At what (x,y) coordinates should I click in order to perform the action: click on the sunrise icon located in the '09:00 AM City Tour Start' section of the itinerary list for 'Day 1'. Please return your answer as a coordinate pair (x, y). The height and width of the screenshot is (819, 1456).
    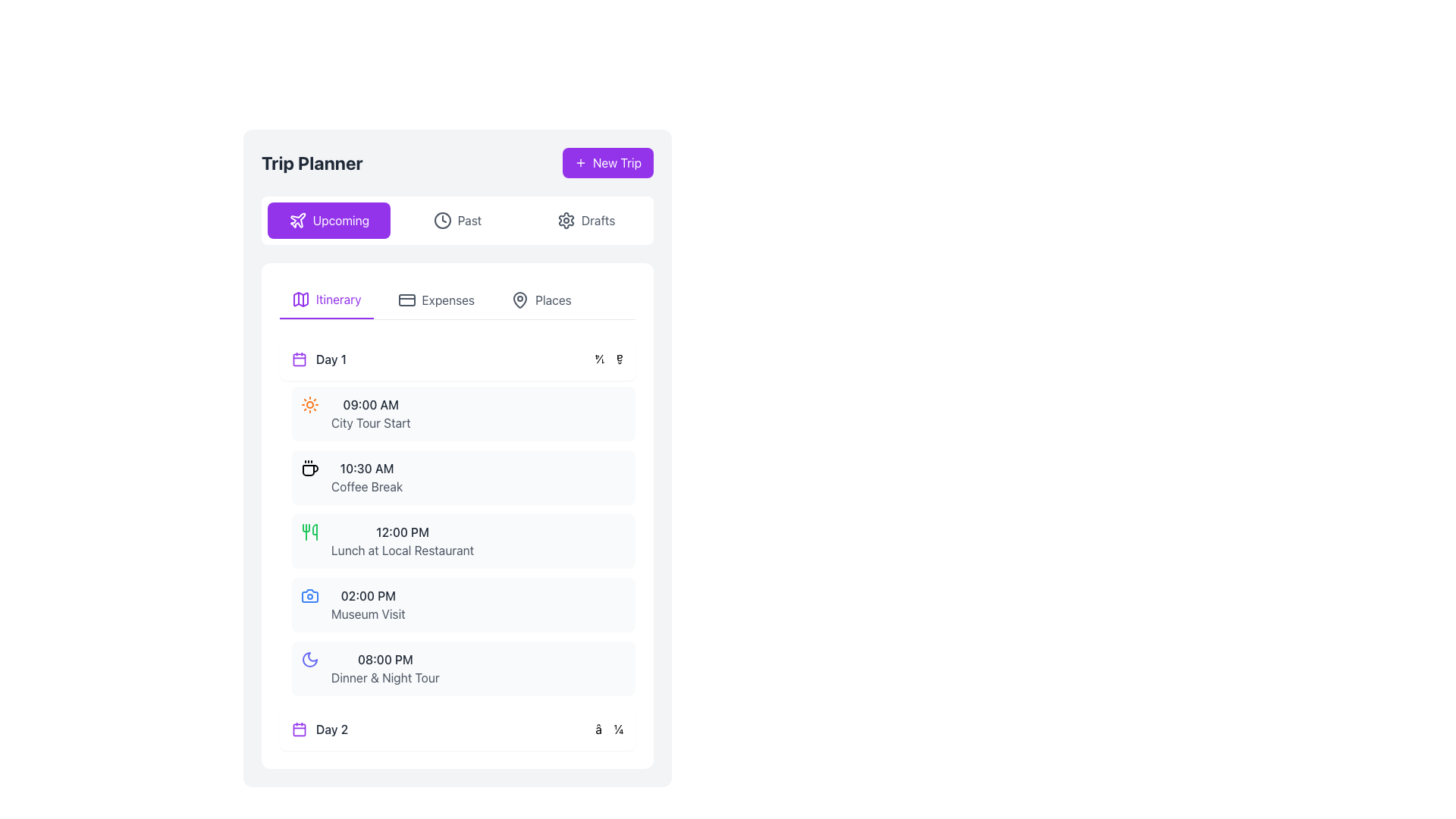
    Looking at the image, I should click on (309, 403).